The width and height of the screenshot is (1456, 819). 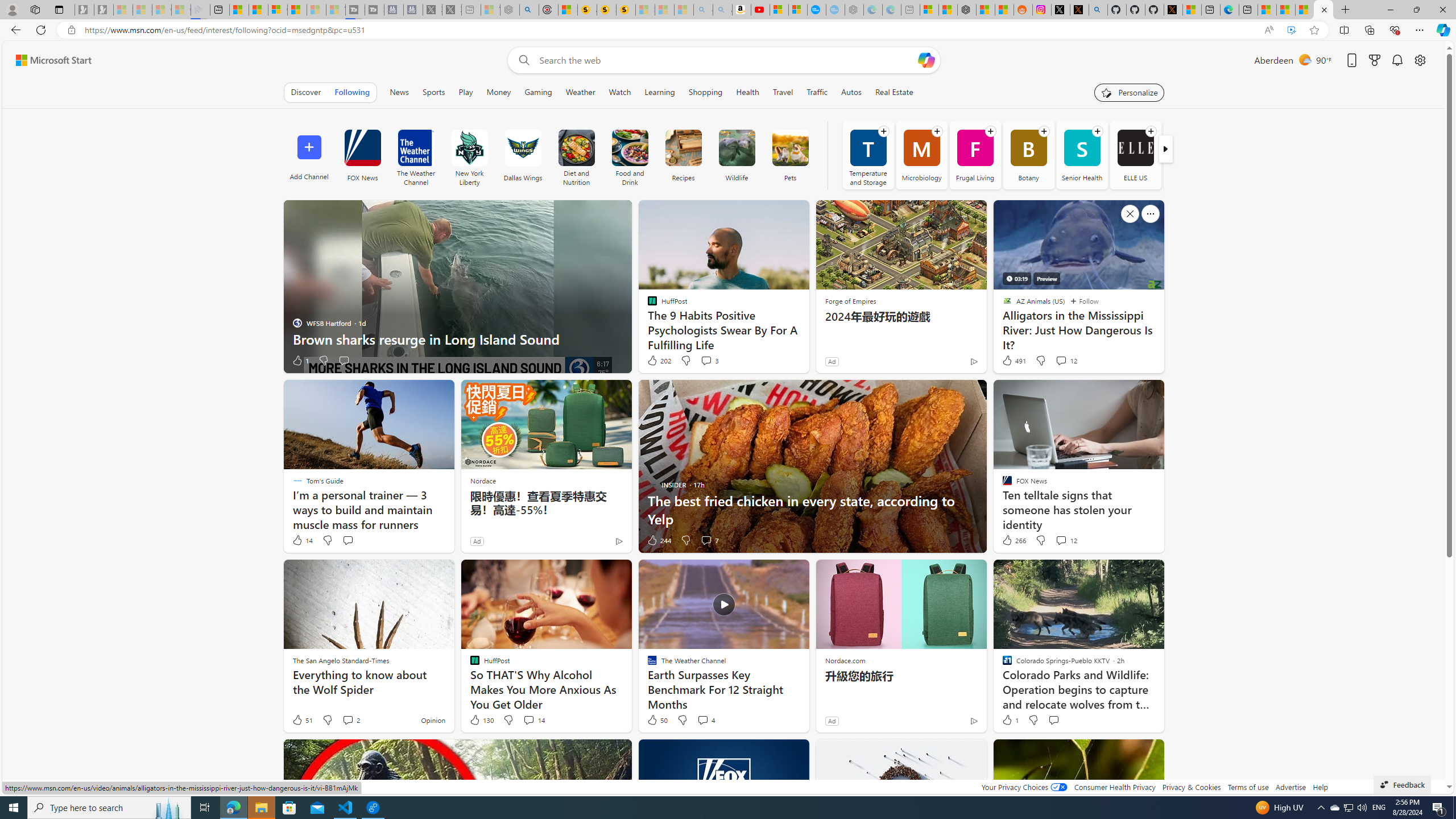 I want to click on 'The most popular Google ', so click(x=835, y=9).